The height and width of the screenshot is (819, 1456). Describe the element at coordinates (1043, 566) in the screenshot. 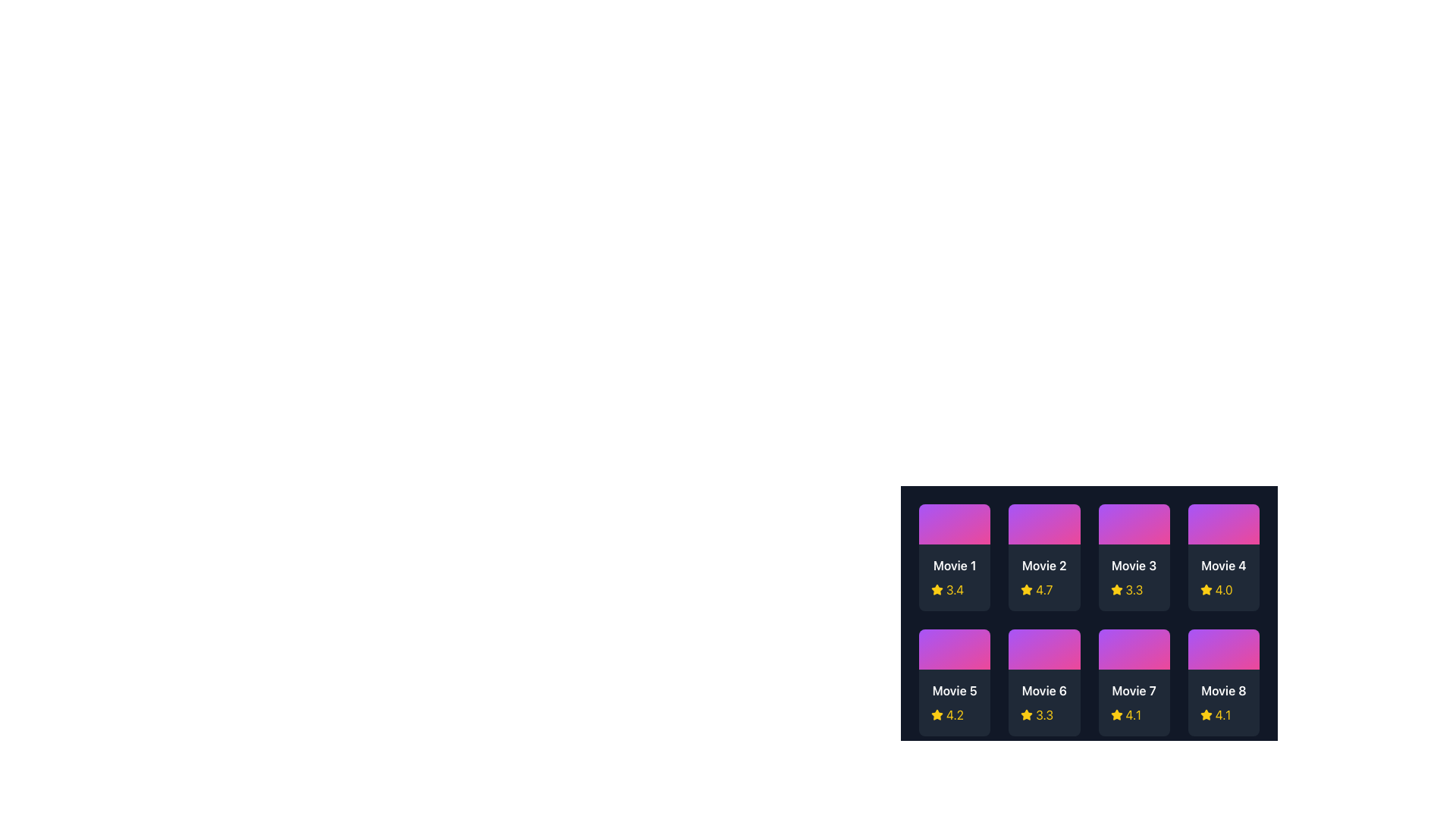

I see `the informational Text label displaying the movie name 'Movie 2' in the second position of the grid layout` at that location.